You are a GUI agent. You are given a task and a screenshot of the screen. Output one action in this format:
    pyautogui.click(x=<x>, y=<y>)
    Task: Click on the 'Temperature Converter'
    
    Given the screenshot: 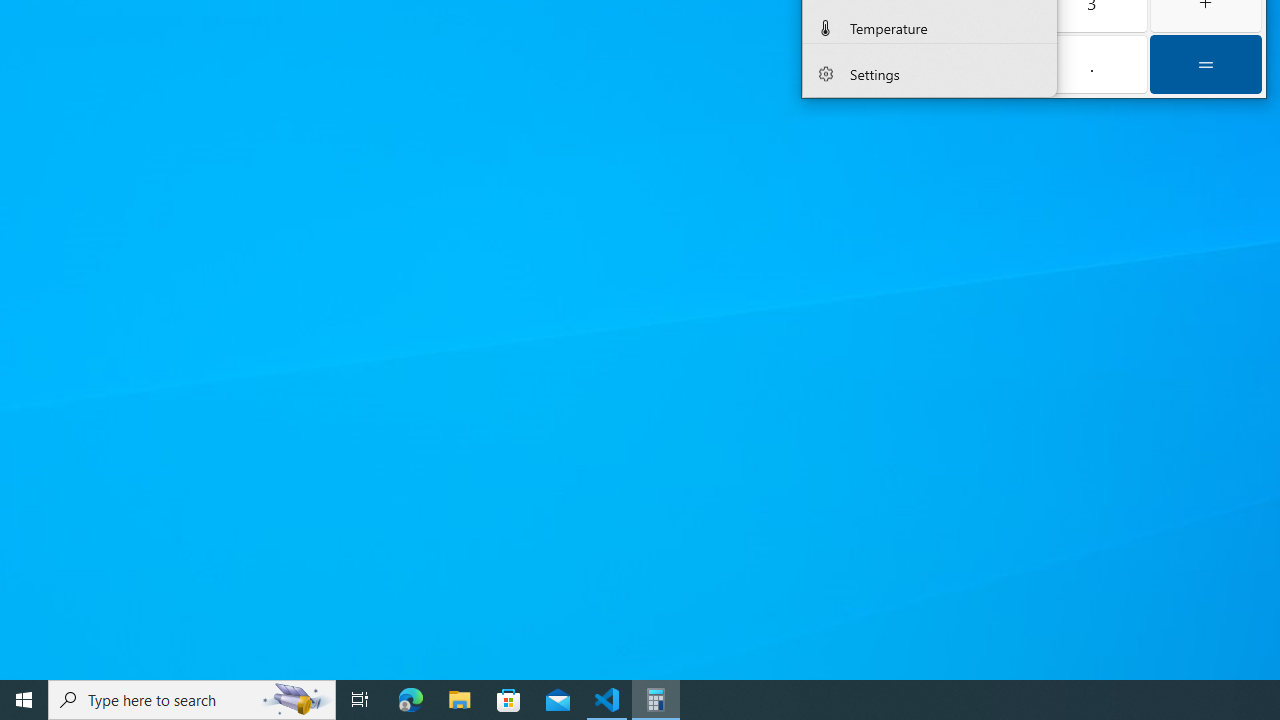 What is the action you would take?
    pyautogui.click(x=928, y=25)
    